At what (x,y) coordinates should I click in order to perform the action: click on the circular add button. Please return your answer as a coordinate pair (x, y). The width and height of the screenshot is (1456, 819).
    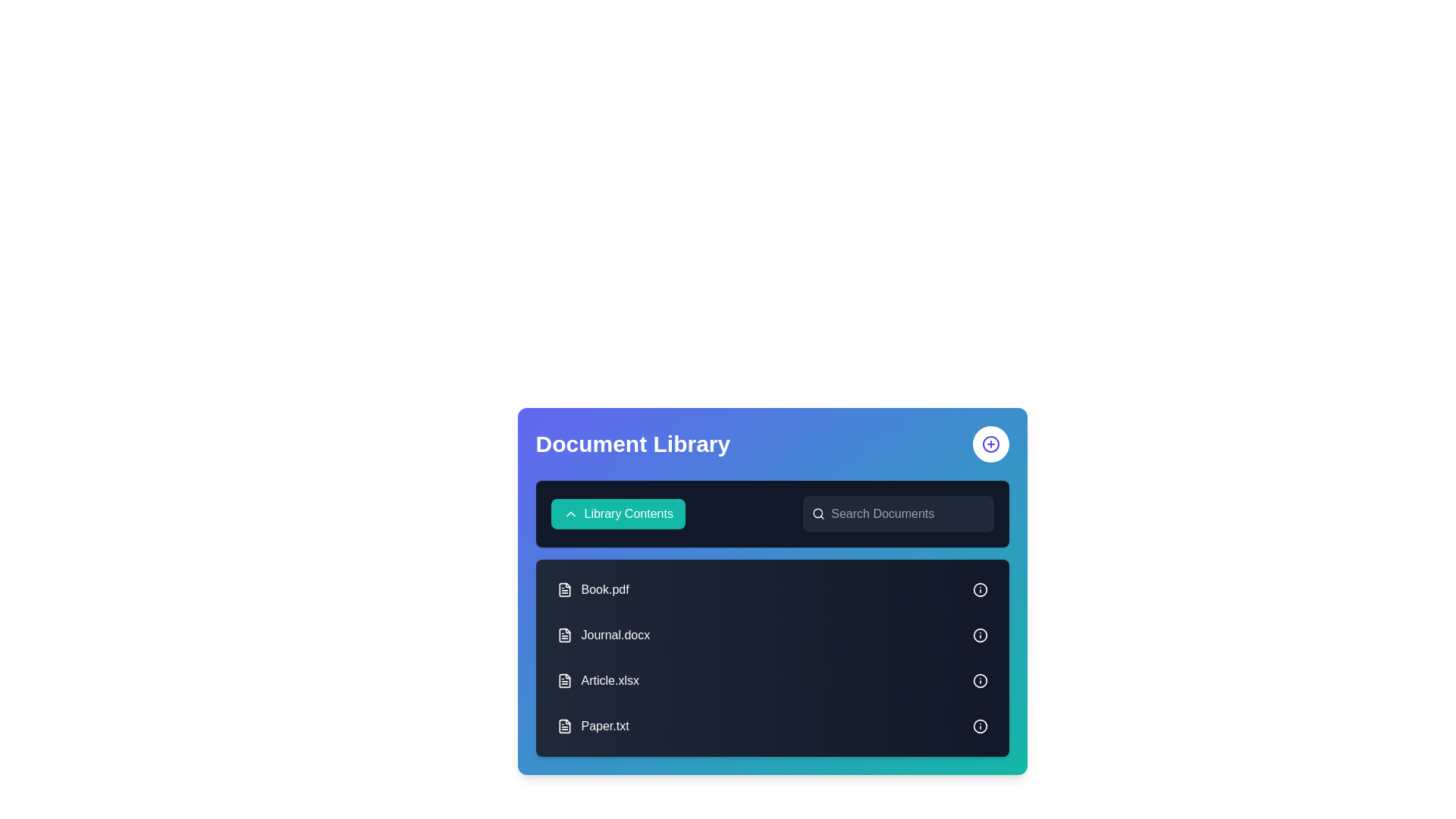
    Looking at the image, I should click on (990, 444).